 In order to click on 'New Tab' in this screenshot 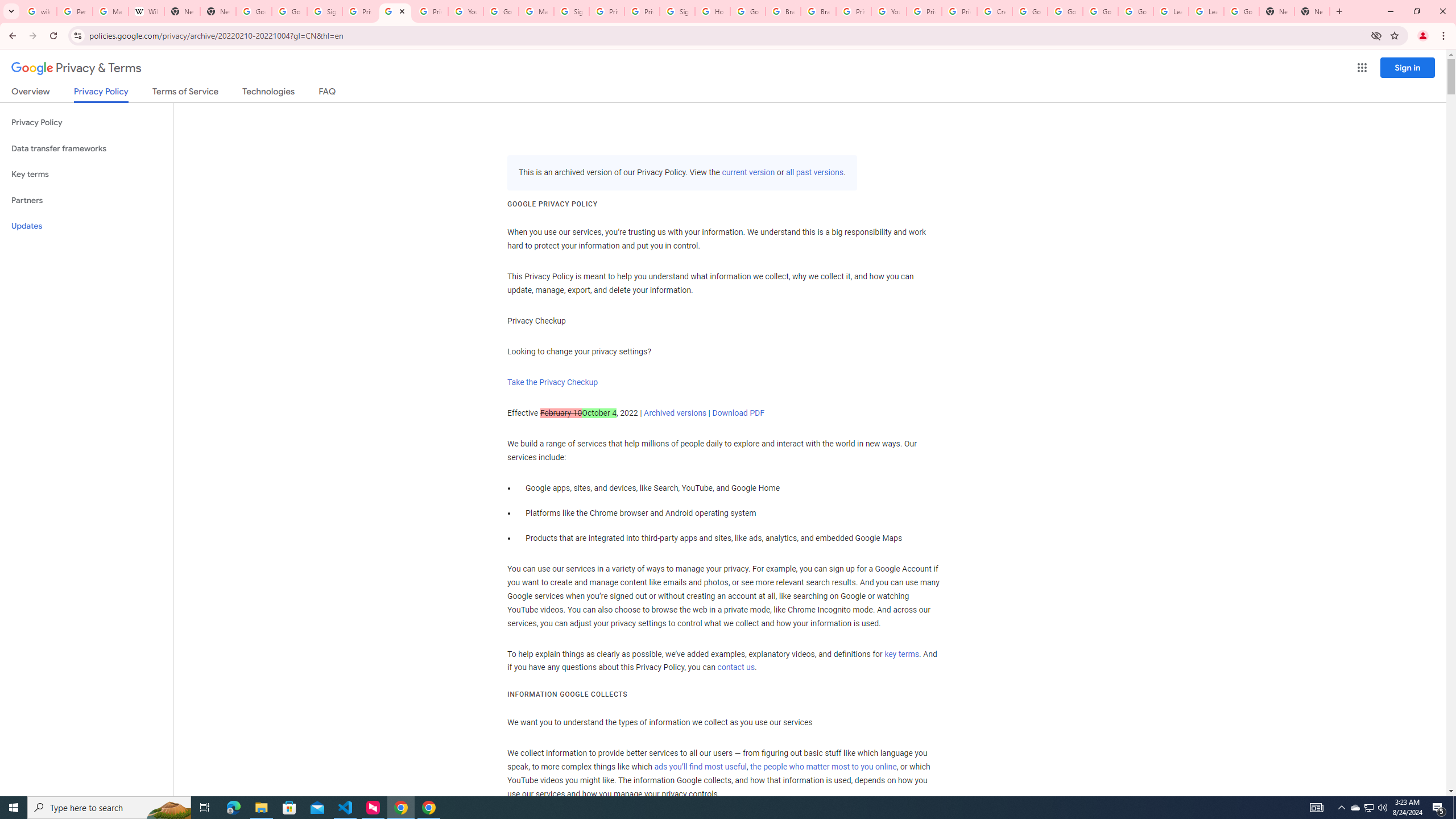, I will do `click(1277, 11)`.